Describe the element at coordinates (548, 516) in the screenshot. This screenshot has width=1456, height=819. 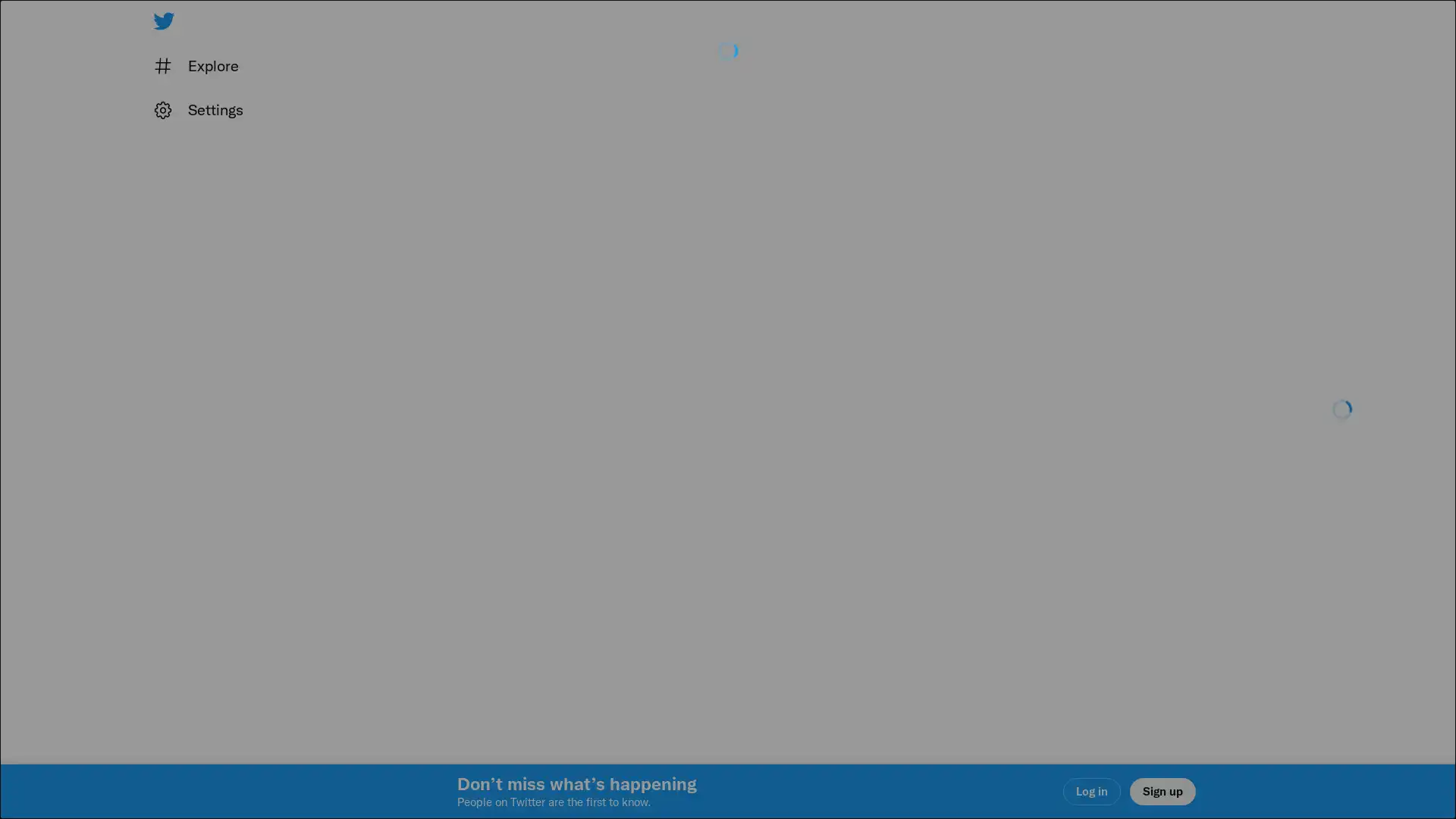
I see `Sign up` at that location.